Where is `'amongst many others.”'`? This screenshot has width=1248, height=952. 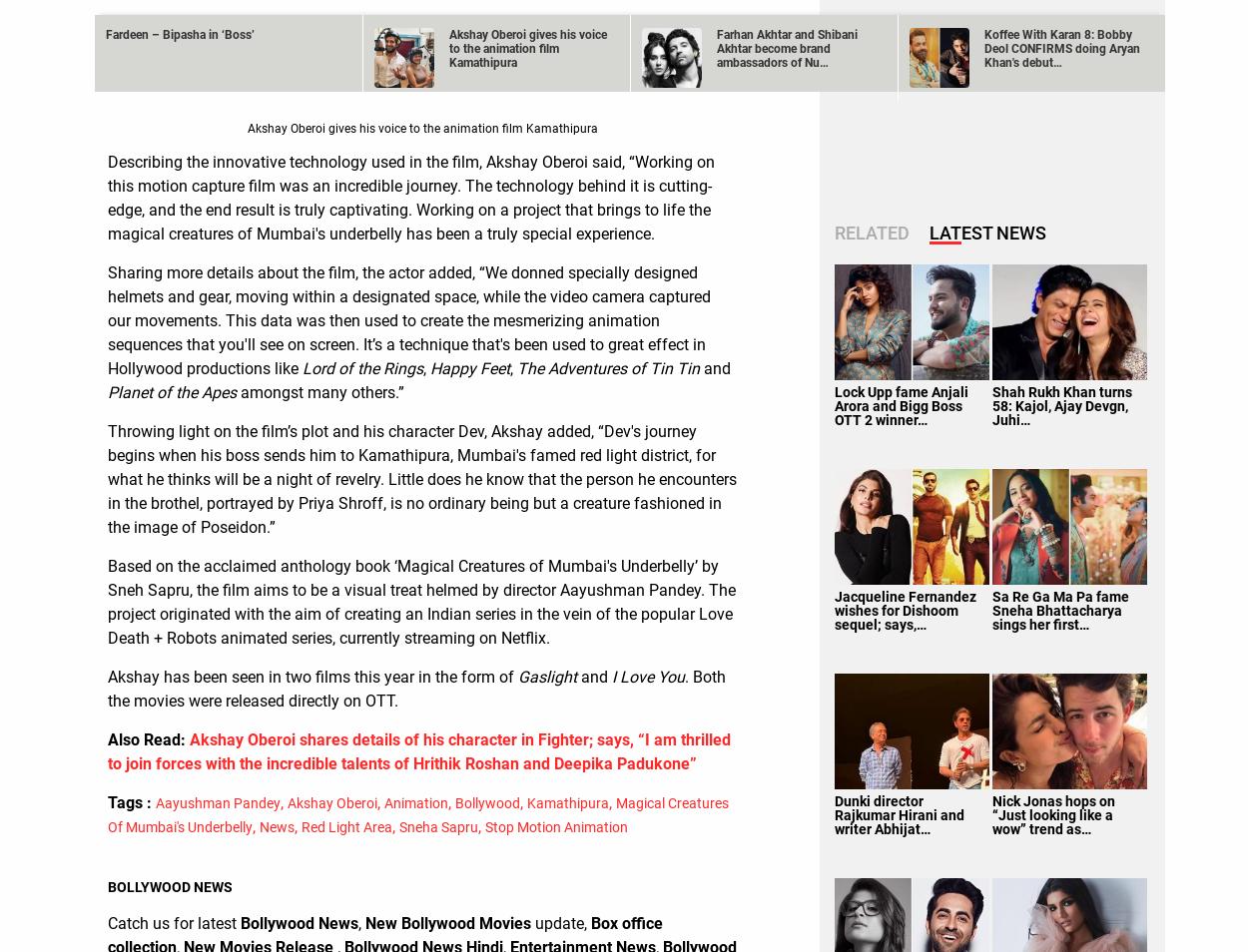
'amongst many others.”' is located at coordinates (318, 391).